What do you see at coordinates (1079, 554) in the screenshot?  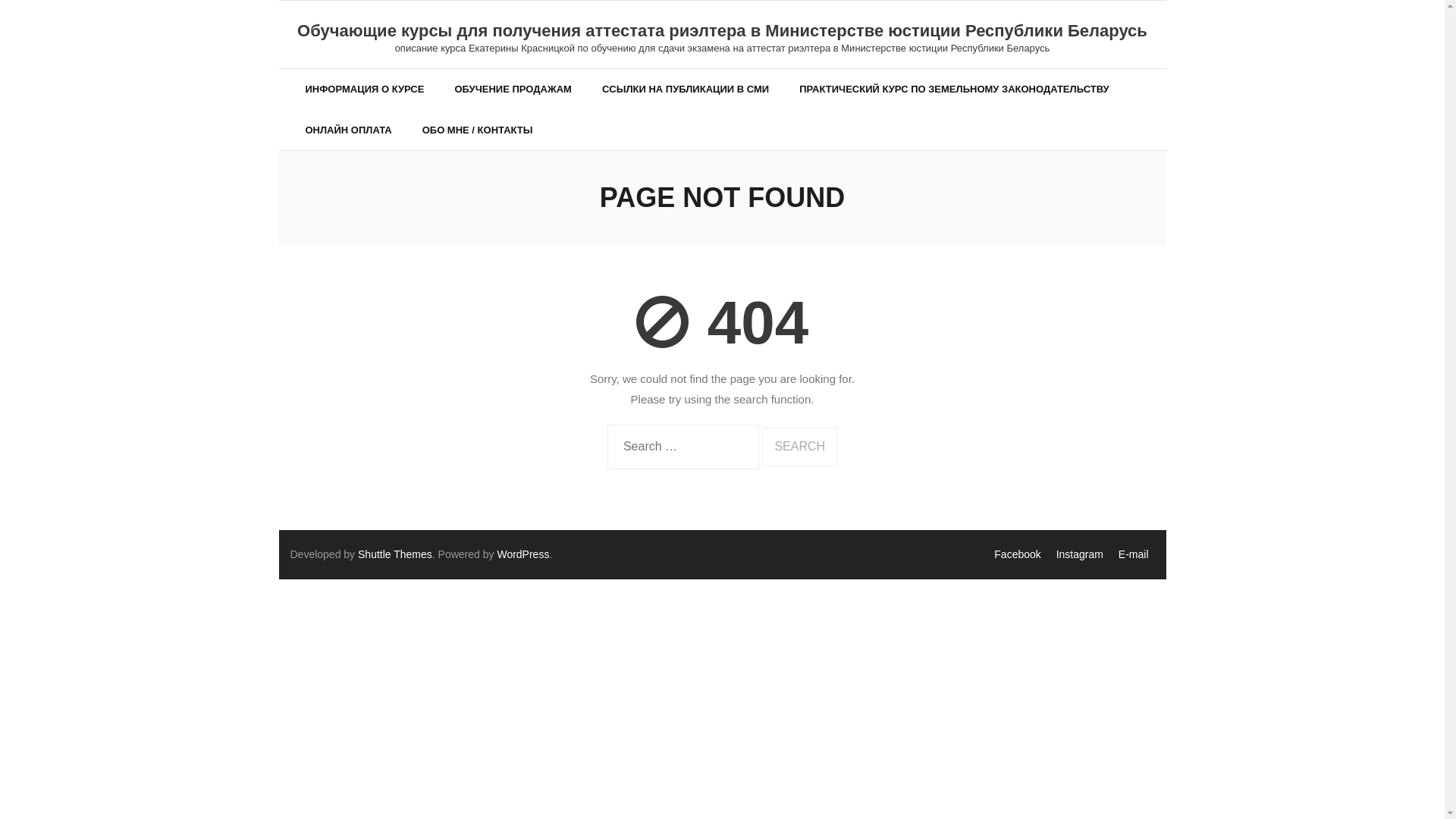 I see `'Instagram'` at bounding box center [1079, 554].